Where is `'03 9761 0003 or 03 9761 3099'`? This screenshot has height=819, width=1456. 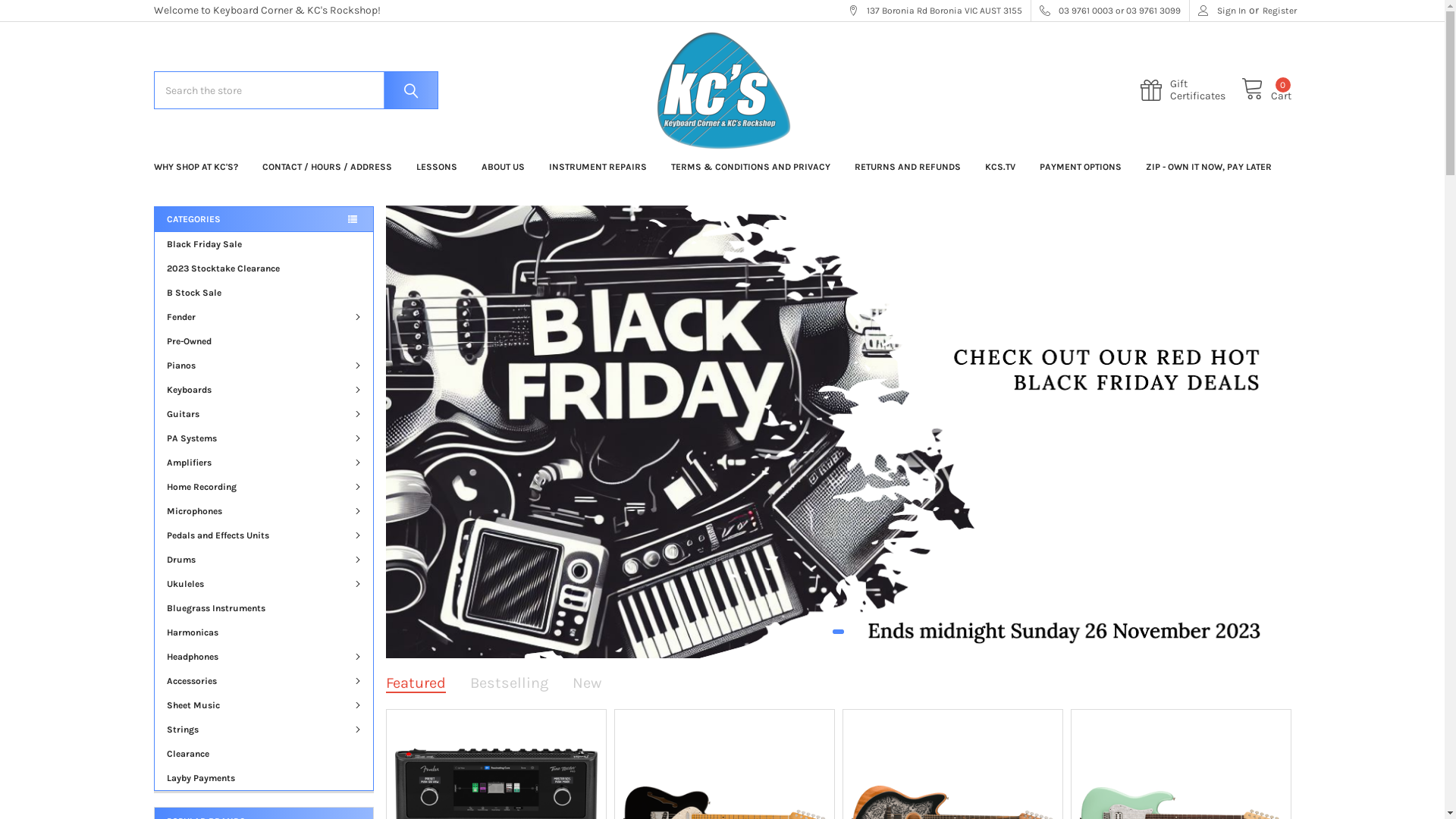 '03 9761 0003 or 03 9761 3099' is located at coordinates (1110, 11).